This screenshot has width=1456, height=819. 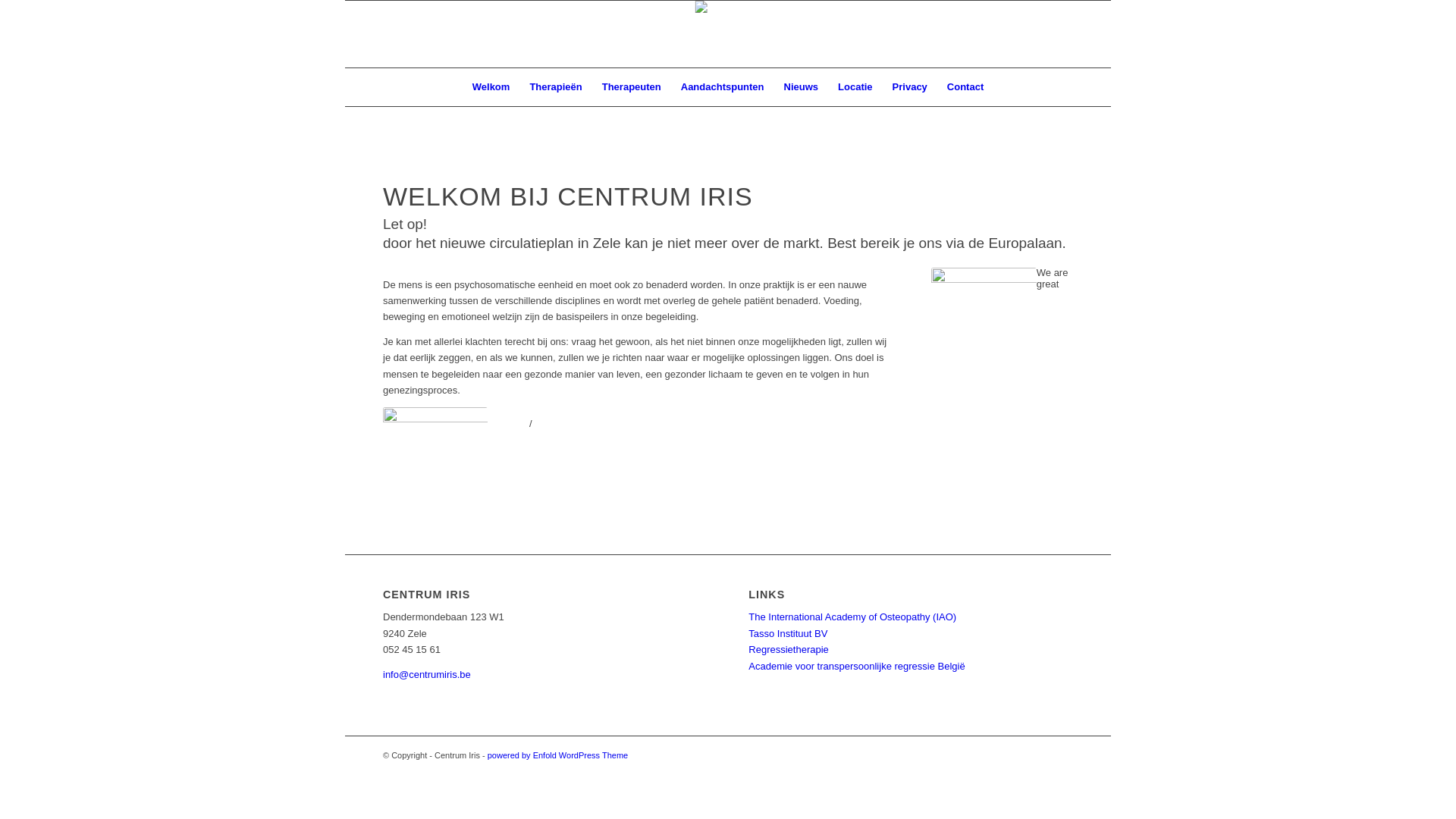 I want to click on 'powered by Enfold WordPress Theme', so click(x=557, y=755).